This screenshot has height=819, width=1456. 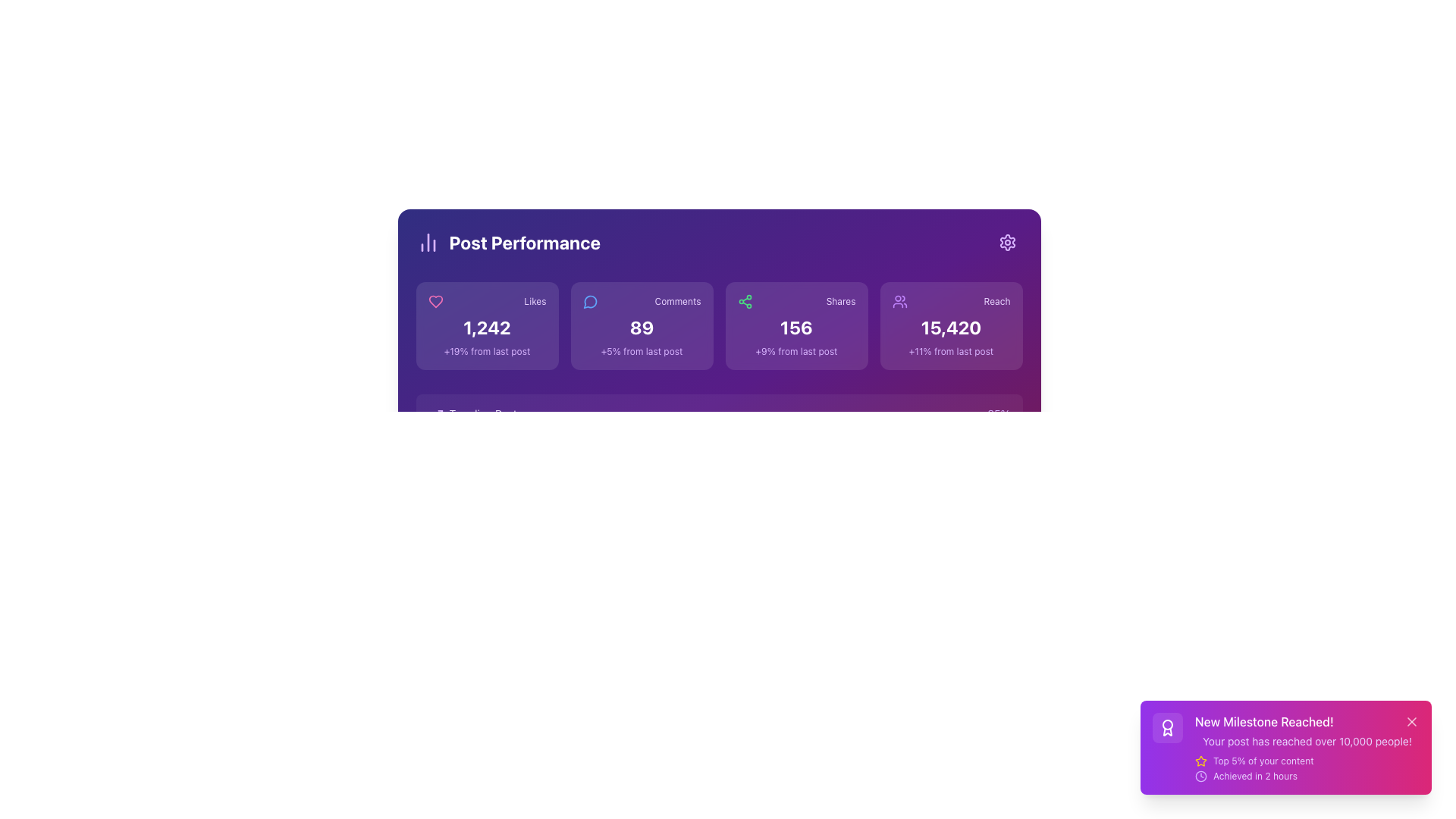 What do you see at coordinates (997, 301) in the screenshot?
I see `the small text label reading 'reach' styled in a purple font, located at the top-right of the fifth statistic card labeled 'Reach', above the numerical statistic of 15,420` at bounding box center [997, 301].